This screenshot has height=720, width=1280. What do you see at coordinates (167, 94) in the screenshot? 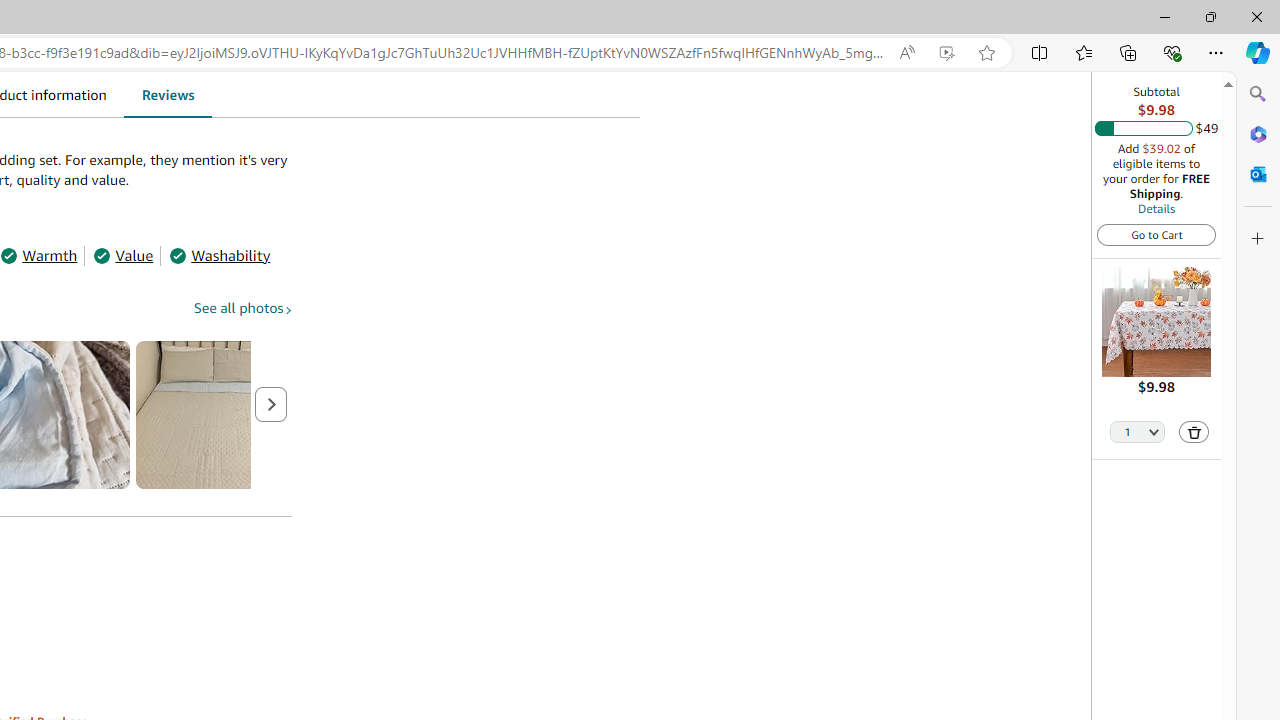
I see `'Reviews'` at bounding box center [167, 94].